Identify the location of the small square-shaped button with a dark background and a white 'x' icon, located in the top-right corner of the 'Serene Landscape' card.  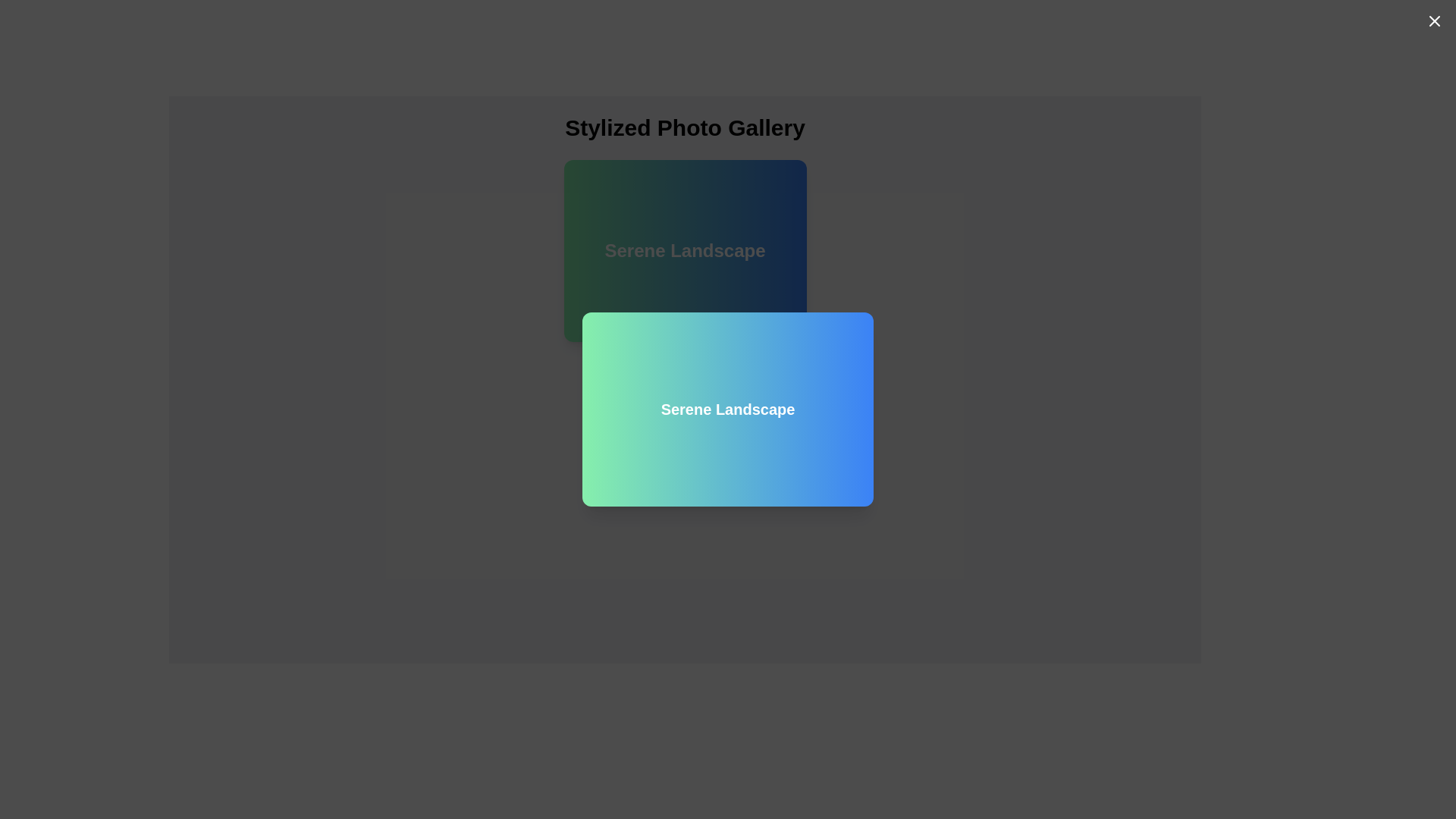
(1433, 20).